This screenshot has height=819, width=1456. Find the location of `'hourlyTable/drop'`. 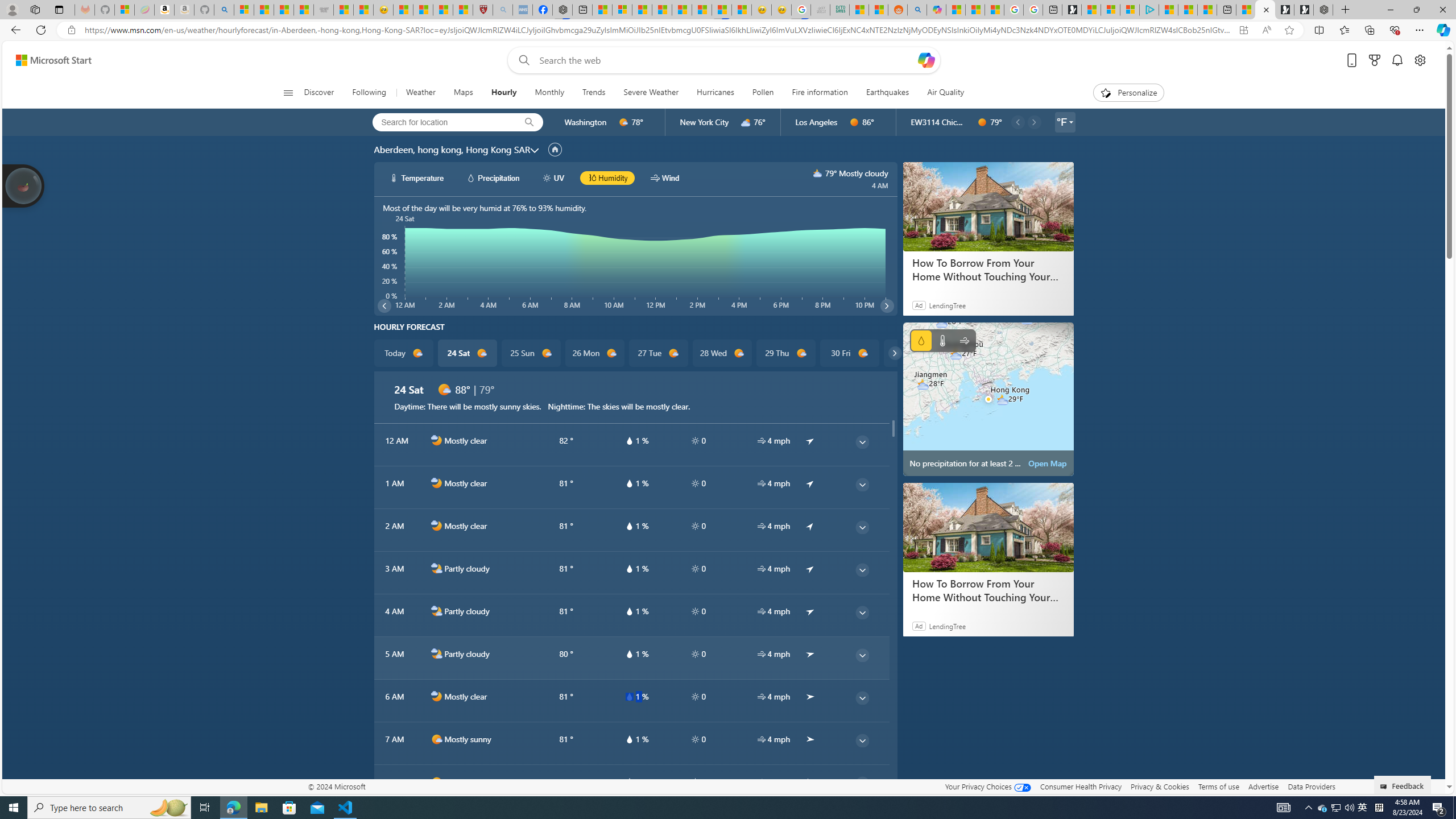

'hourlyTable/drop' is located at coordinates (628, 781).